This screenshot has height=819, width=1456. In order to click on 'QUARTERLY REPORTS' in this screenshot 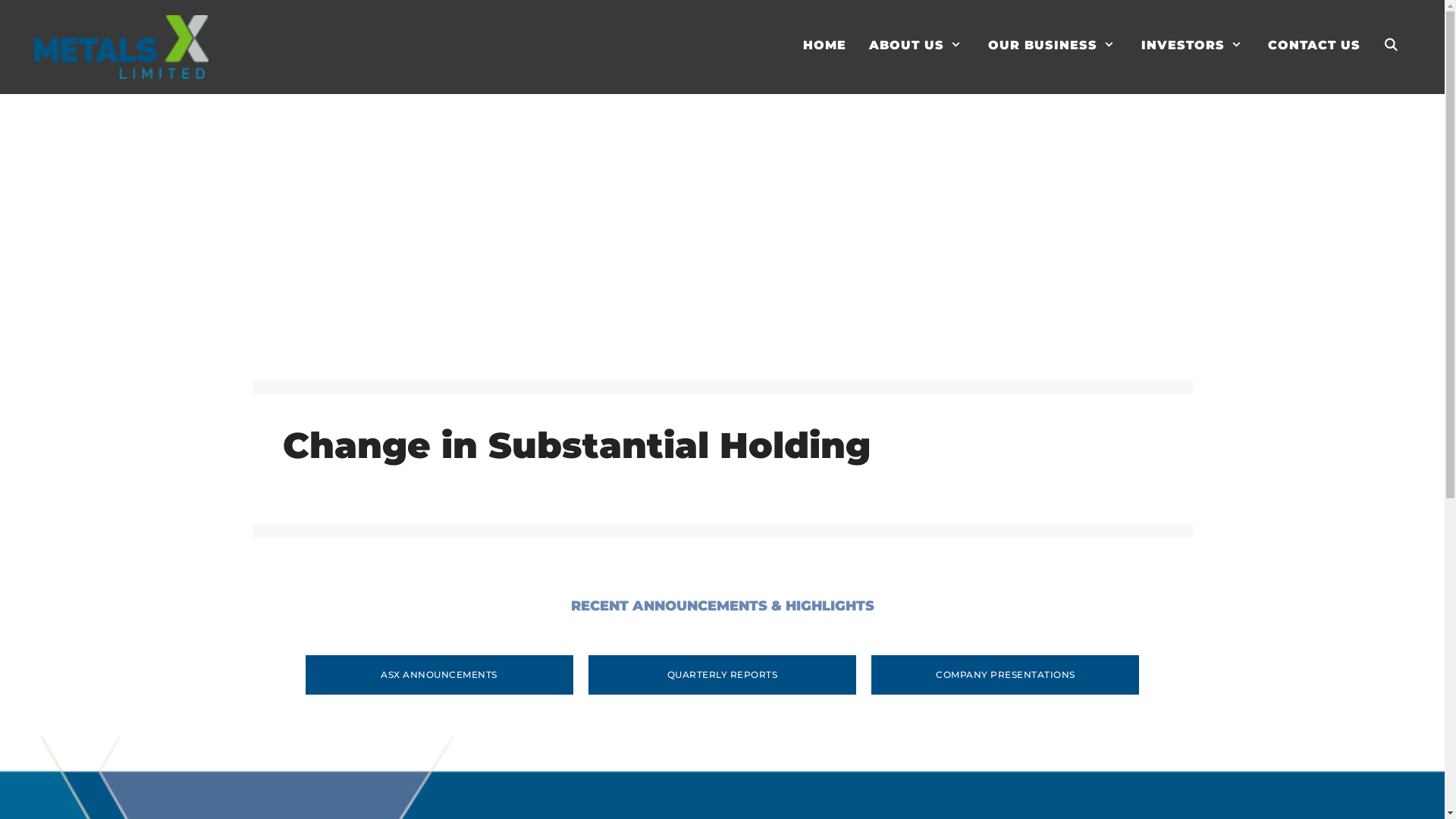, I will do `click(588, 674)`.